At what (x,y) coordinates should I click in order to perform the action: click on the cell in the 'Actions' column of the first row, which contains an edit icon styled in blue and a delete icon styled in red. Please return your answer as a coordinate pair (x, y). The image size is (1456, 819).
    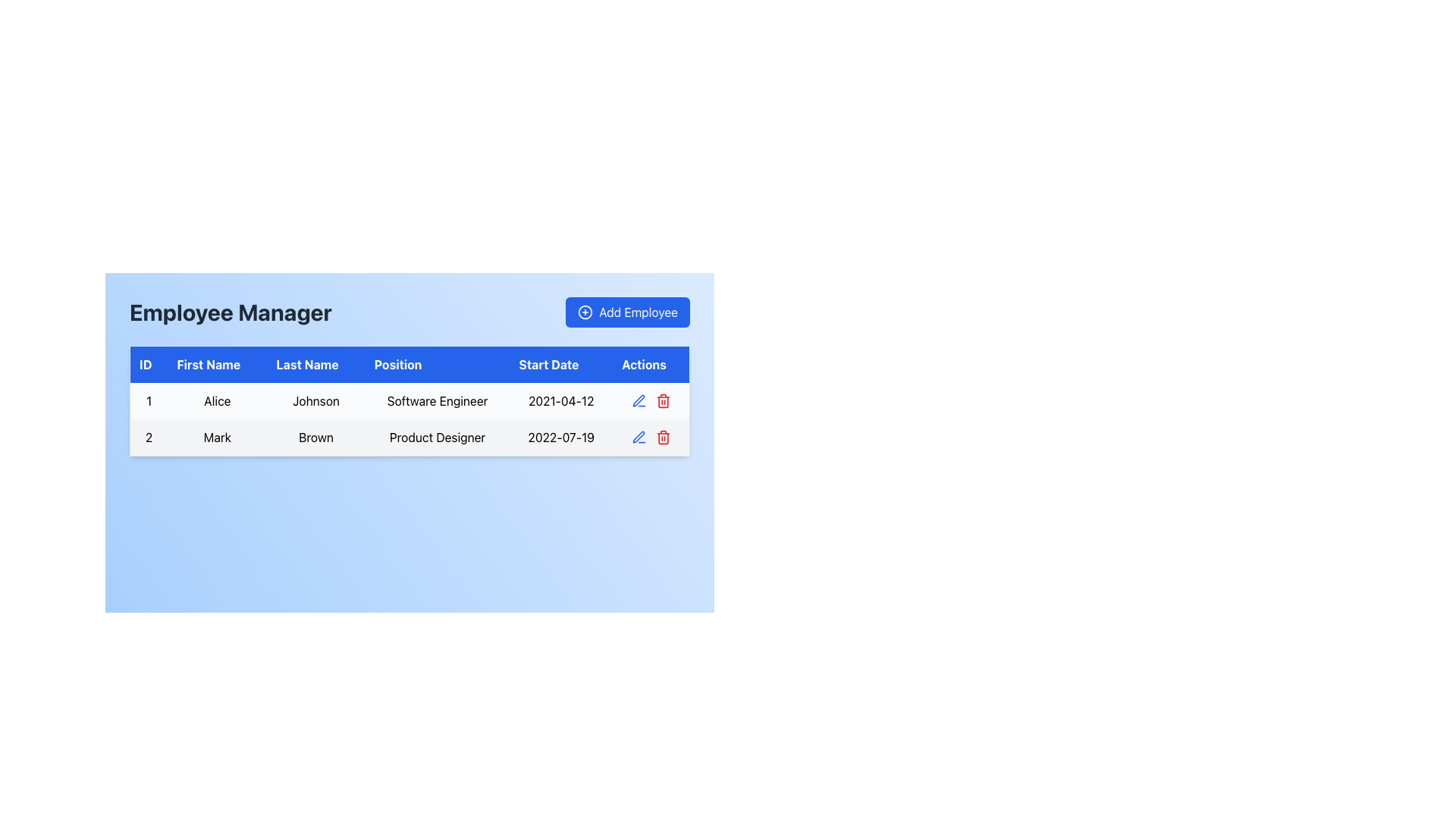
    Looking at the image, I should click on (651, 400).